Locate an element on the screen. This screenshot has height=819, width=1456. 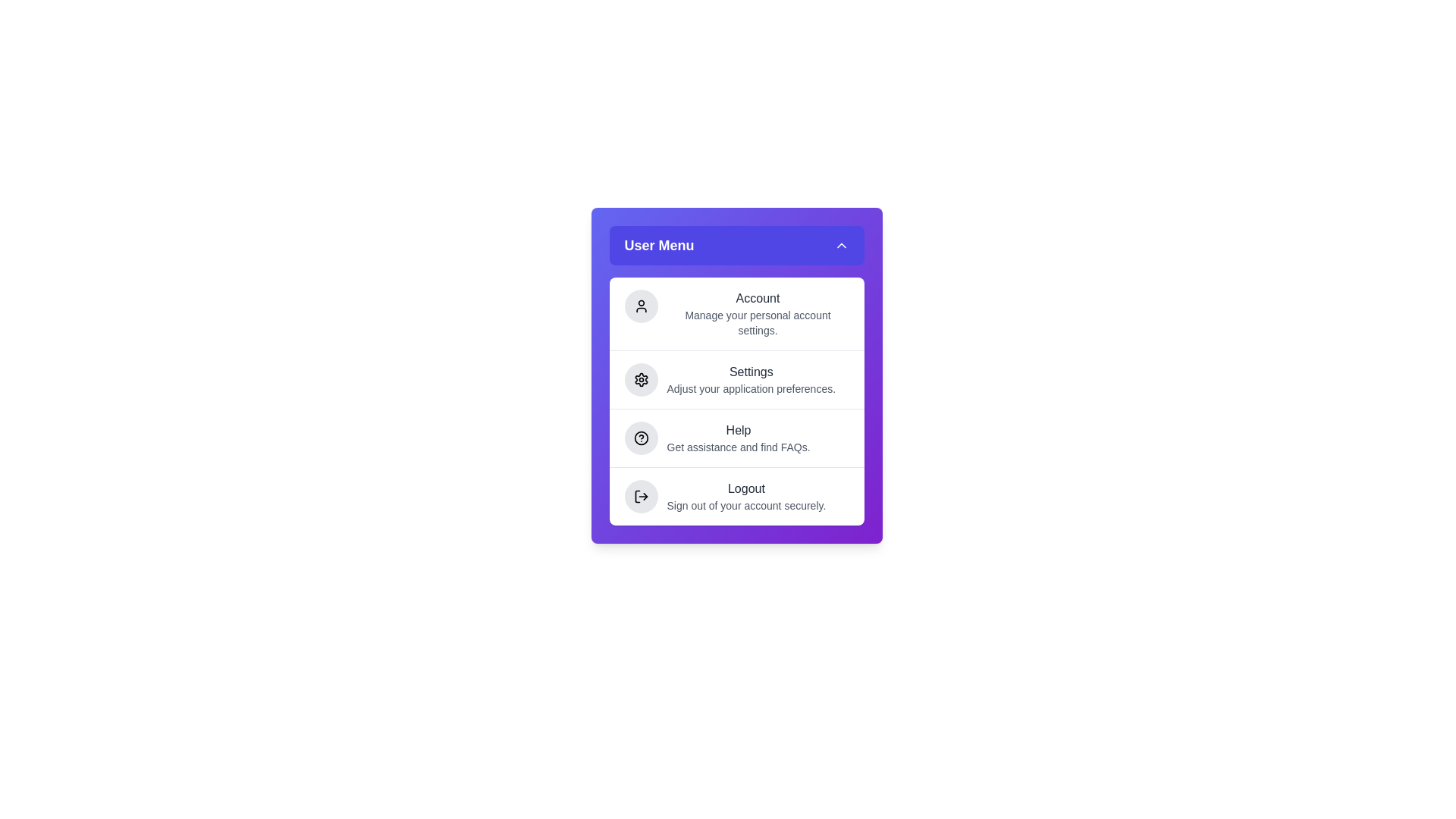
the icon associated with Settings is located at coordinates (641, 379).